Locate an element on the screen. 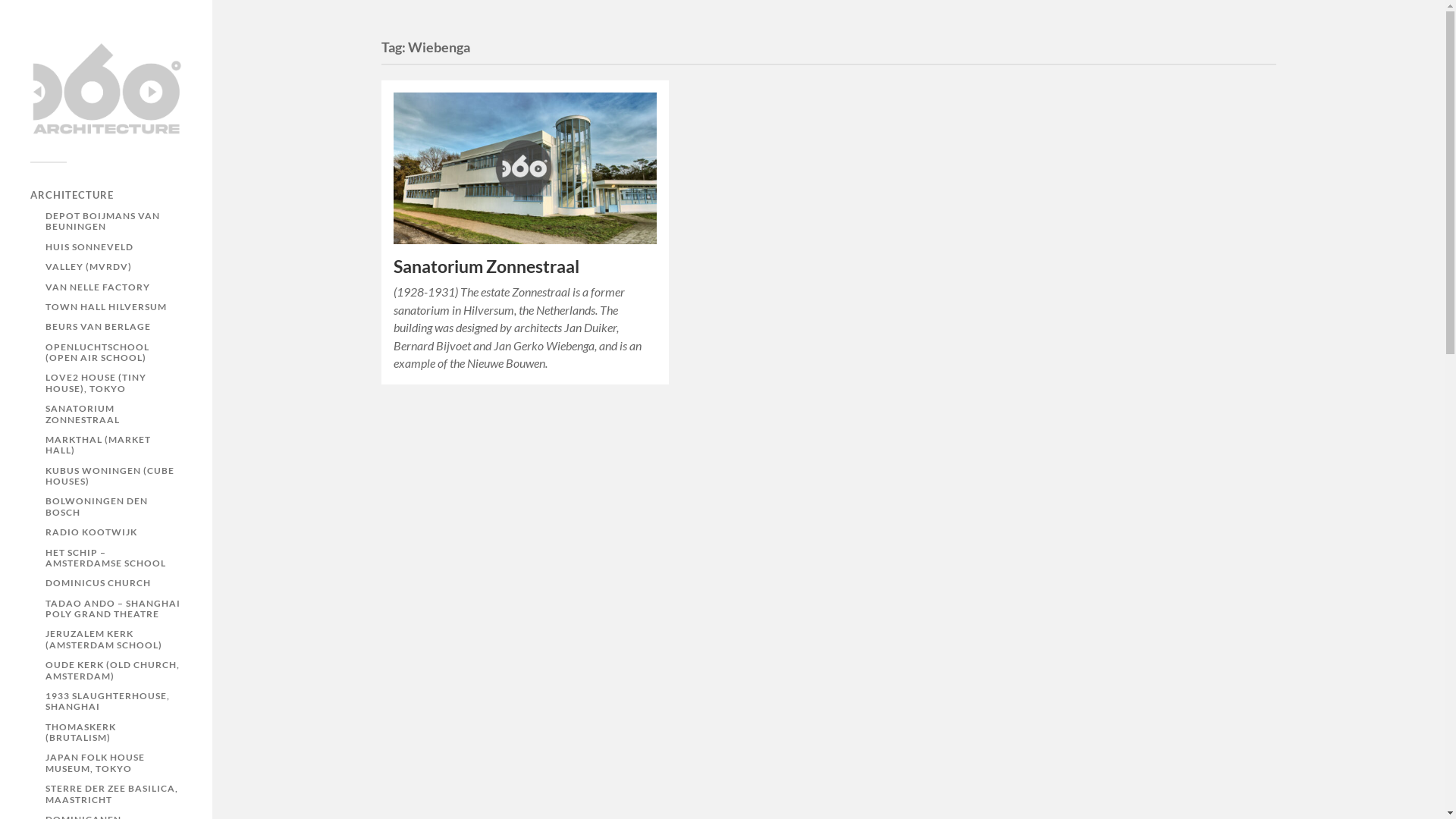  'OUDE KERK (OLD CHURCH, AMSTERDAM)' is located at coordinates (111, 669).